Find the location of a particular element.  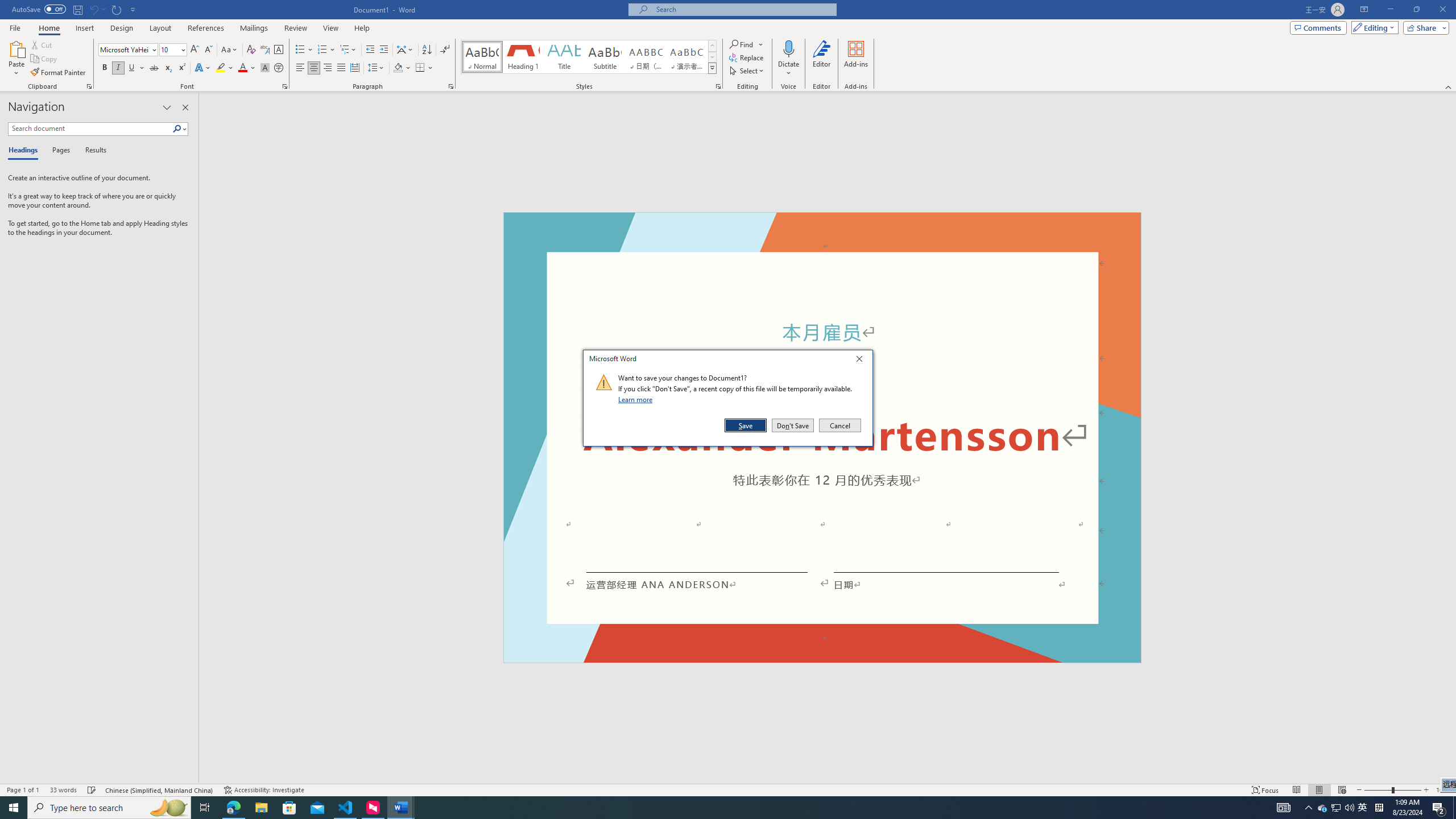

'Sort...' is located at coordinates (427, 49).